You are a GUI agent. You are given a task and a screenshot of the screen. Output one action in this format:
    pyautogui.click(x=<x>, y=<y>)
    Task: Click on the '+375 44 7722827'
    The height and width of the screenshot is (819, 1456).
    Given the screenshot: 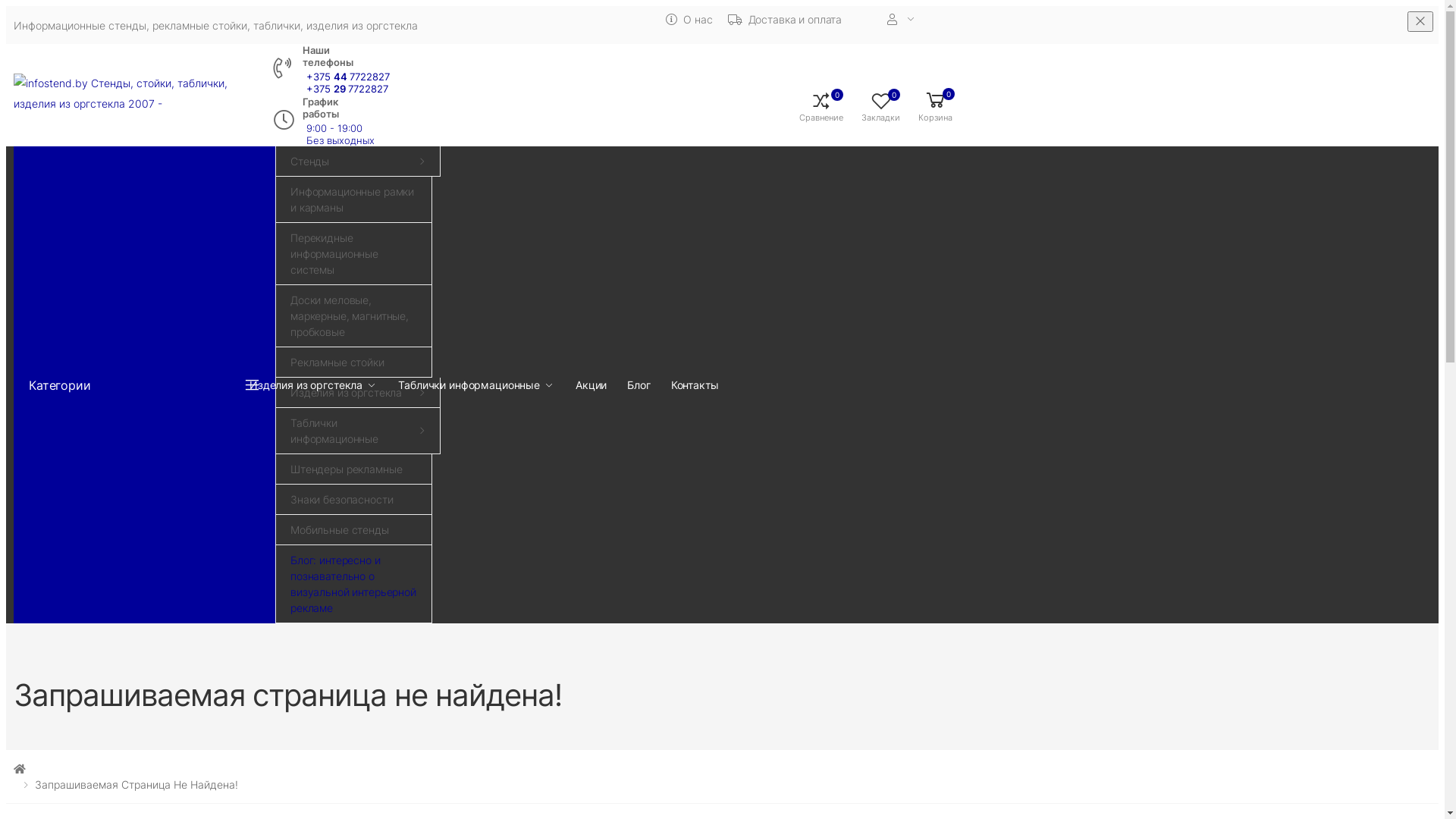 What is the action you would take?
    pyautogui.click(x=347, y=76)
    